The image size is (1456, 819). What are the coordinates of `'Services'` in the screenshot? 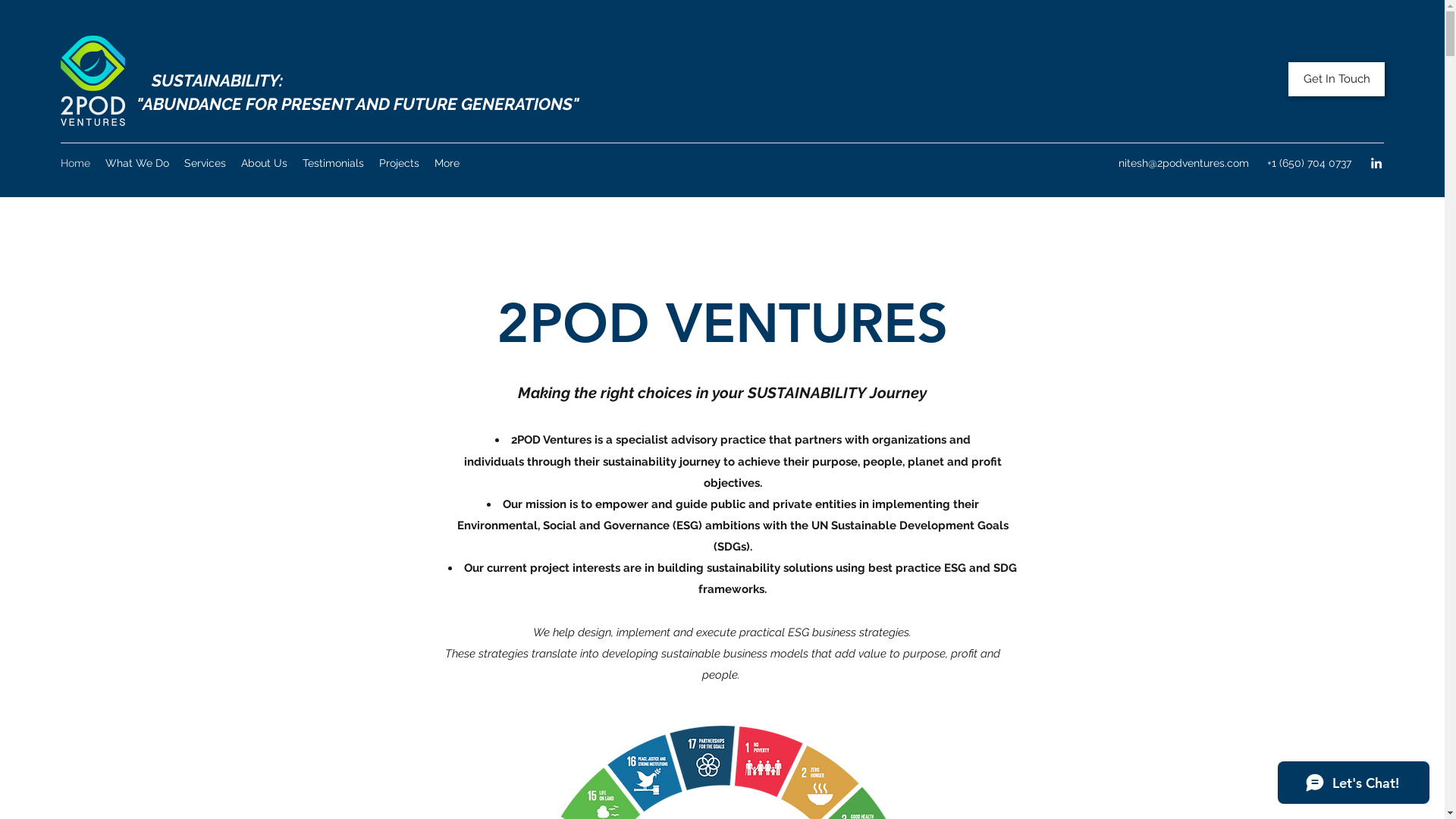 It's located at (204, 163).